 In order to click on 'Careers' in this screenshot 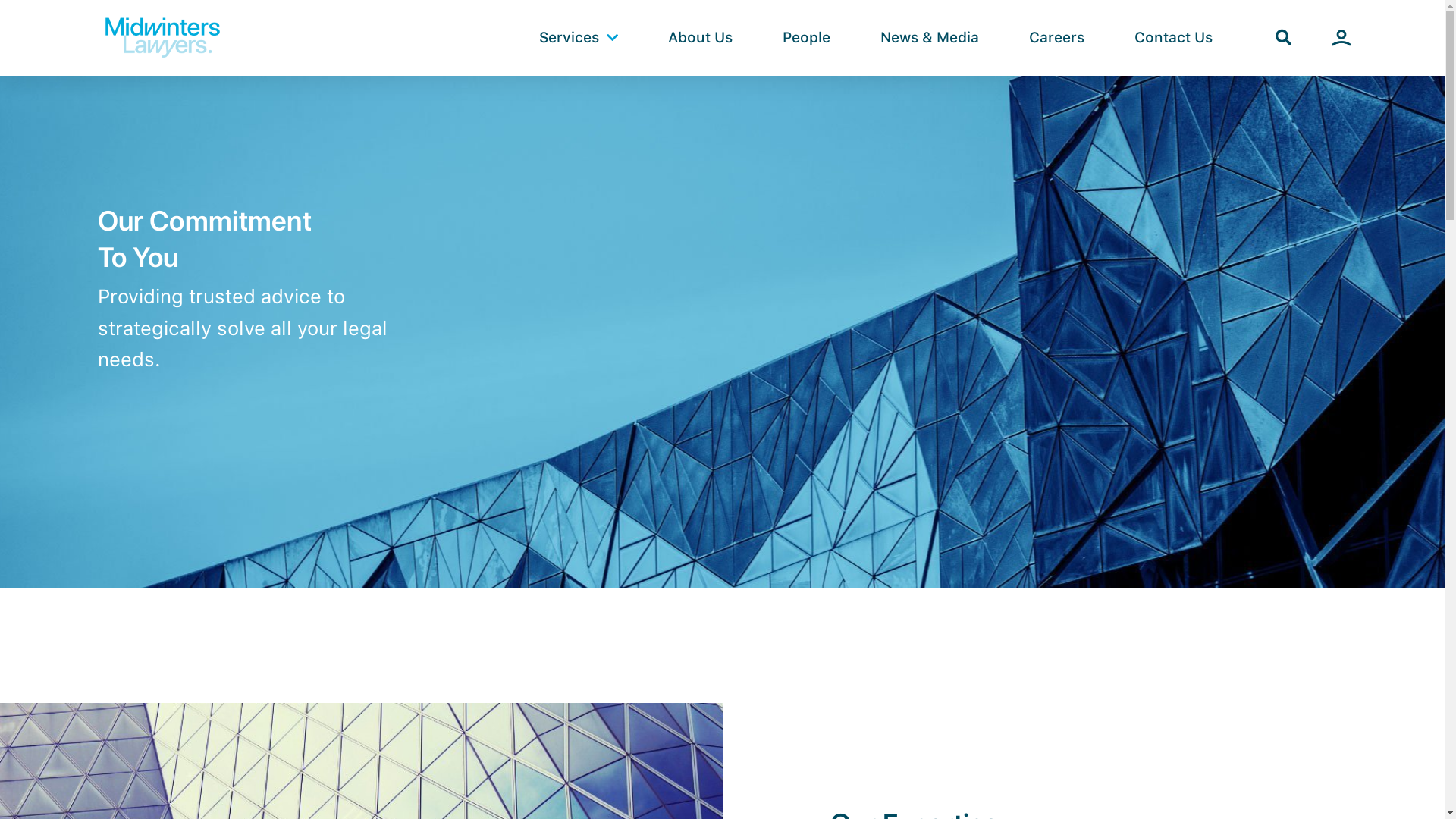, I will do `click(1056, 37)`.